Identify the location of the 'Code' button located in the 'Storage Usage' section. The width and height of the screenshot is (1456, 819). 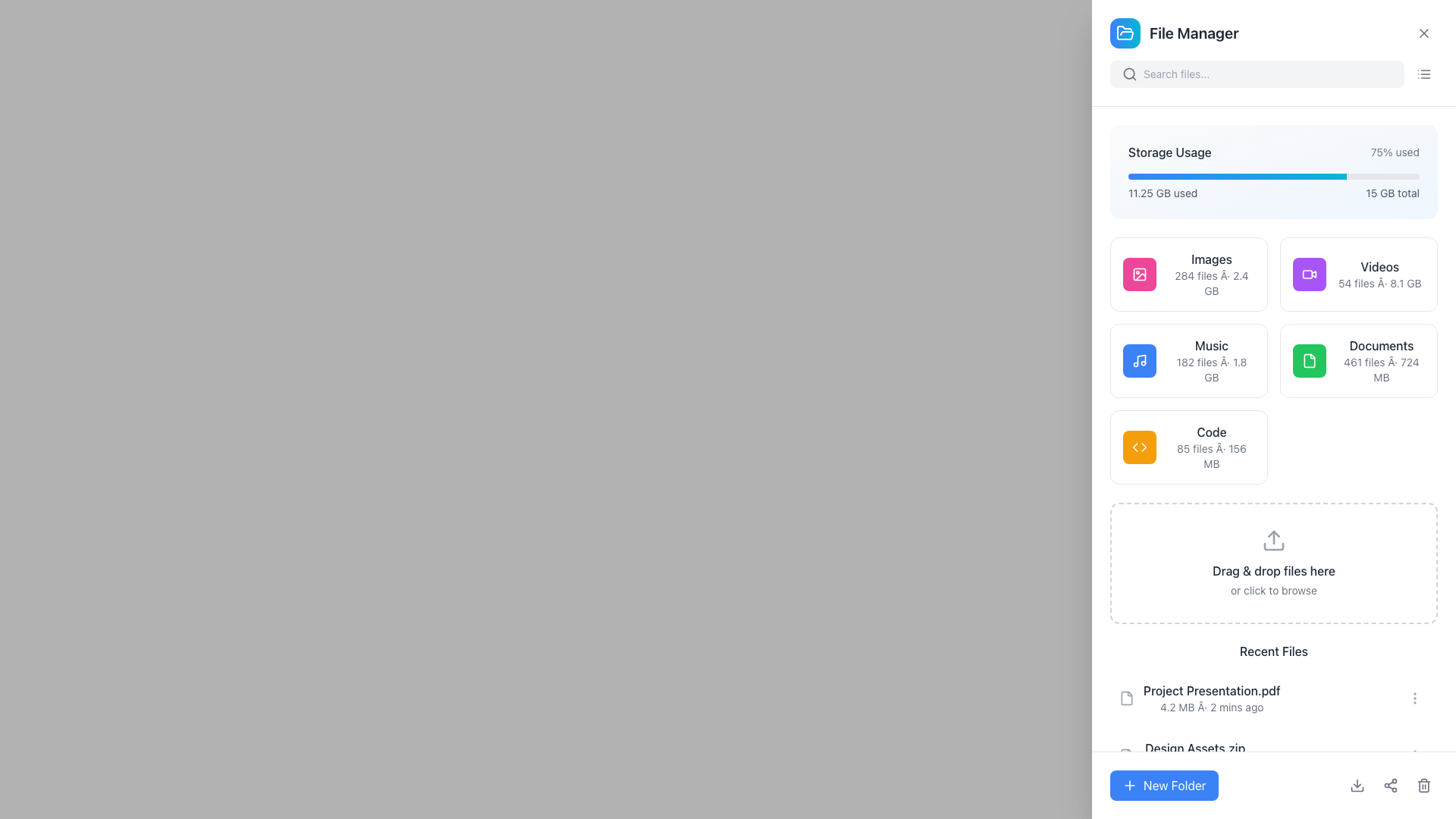
(1139, 447).